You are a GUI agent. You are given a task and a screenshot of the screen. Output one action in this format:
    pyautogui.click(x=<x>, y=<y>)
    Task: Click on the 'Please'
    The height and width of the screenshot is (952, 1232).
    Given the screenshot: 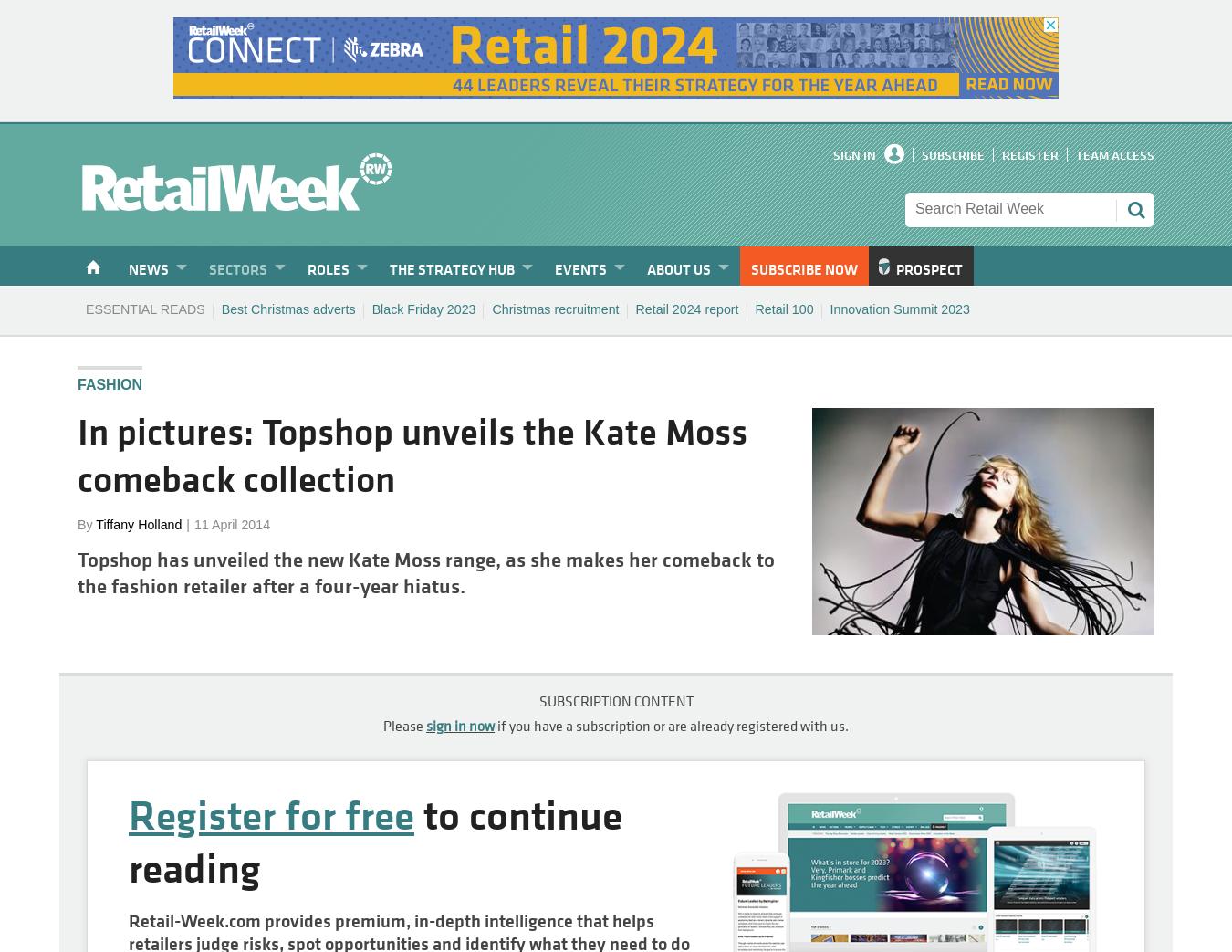 What is the action you would take?
    pyautogui.click(x=404, y=724)
    